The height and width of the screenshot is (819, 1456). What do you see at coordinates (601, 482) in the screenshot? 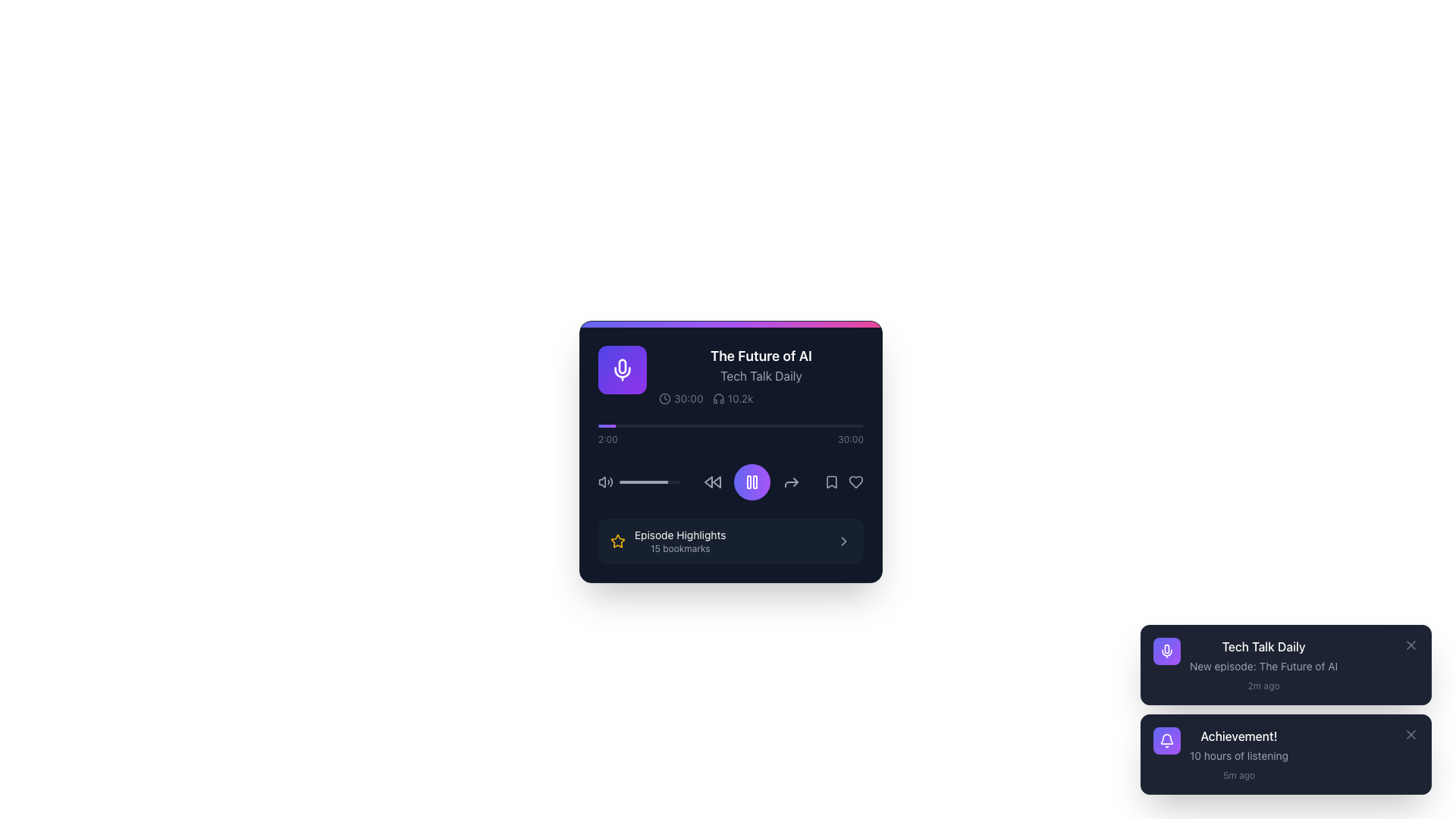
I see `the leftmost vector graphic element resembling a speaker or audio control, styled in a dark color, located in the audio control section of the player interface` at bounding box center [601, 482].